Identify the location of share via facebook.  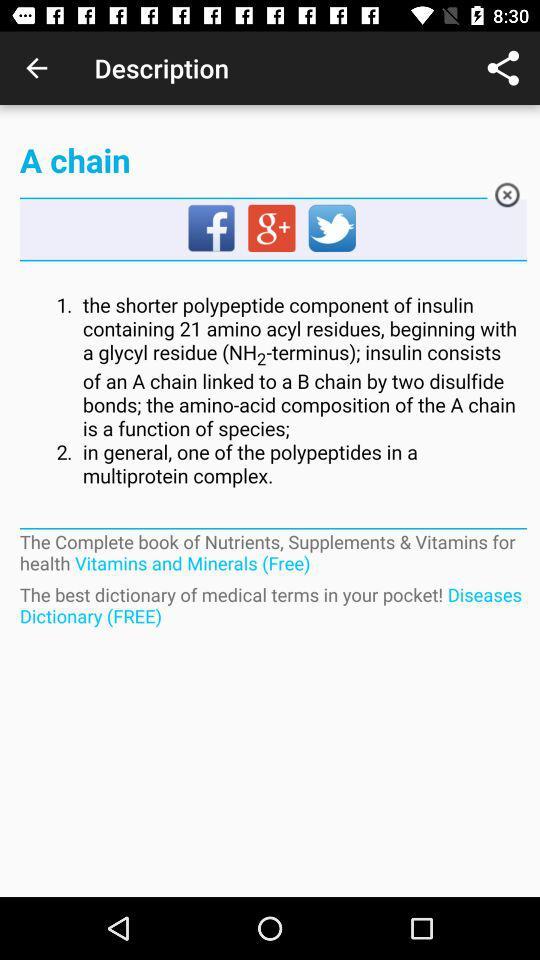
(211, 229).